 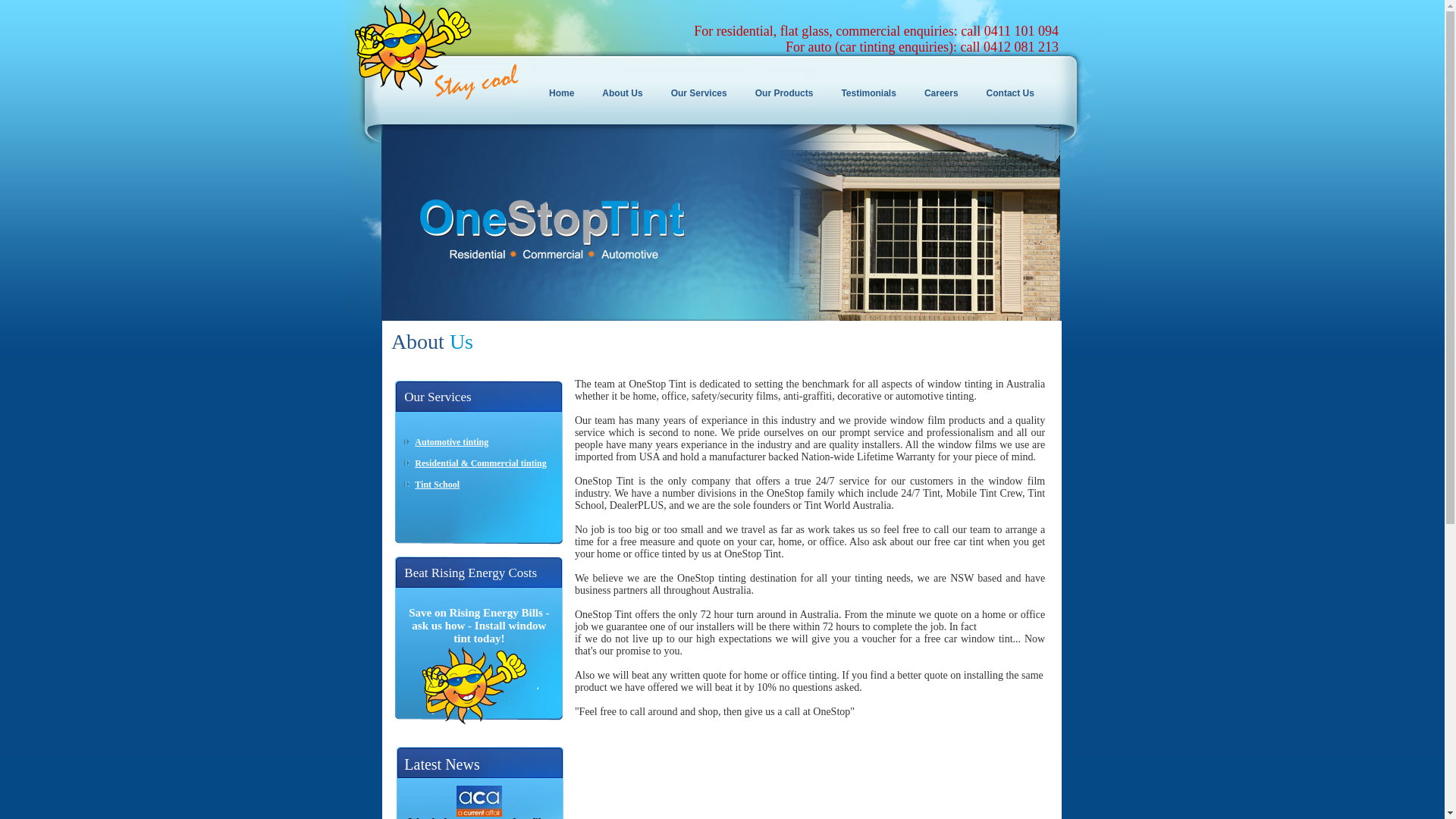 I want to click on 'Our Services', so click(x=702, y=93).